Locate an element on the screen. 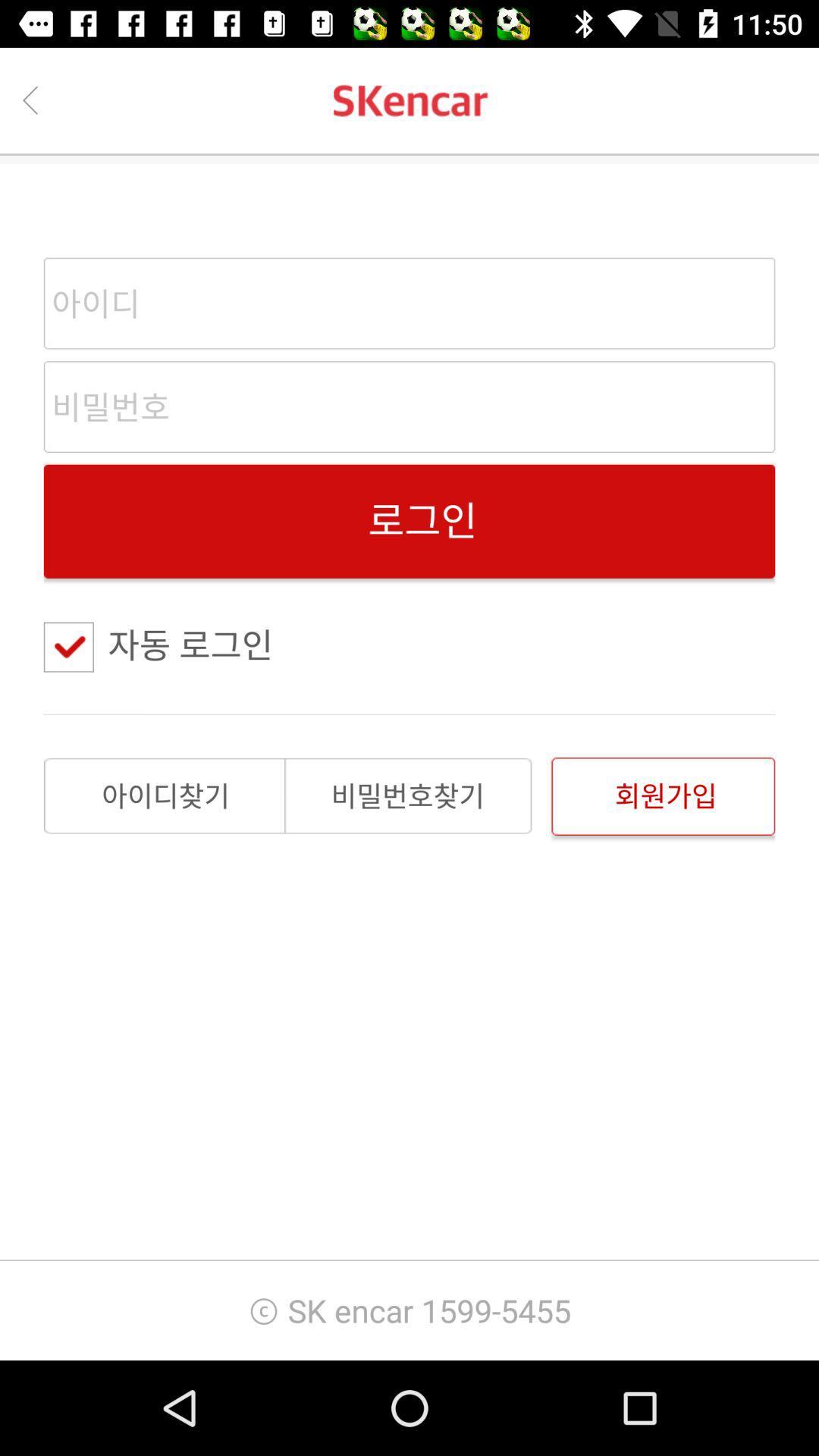 The height and width of the screenshot is (1456, 819). the back button from the top left is located at coordinates (30, 99).